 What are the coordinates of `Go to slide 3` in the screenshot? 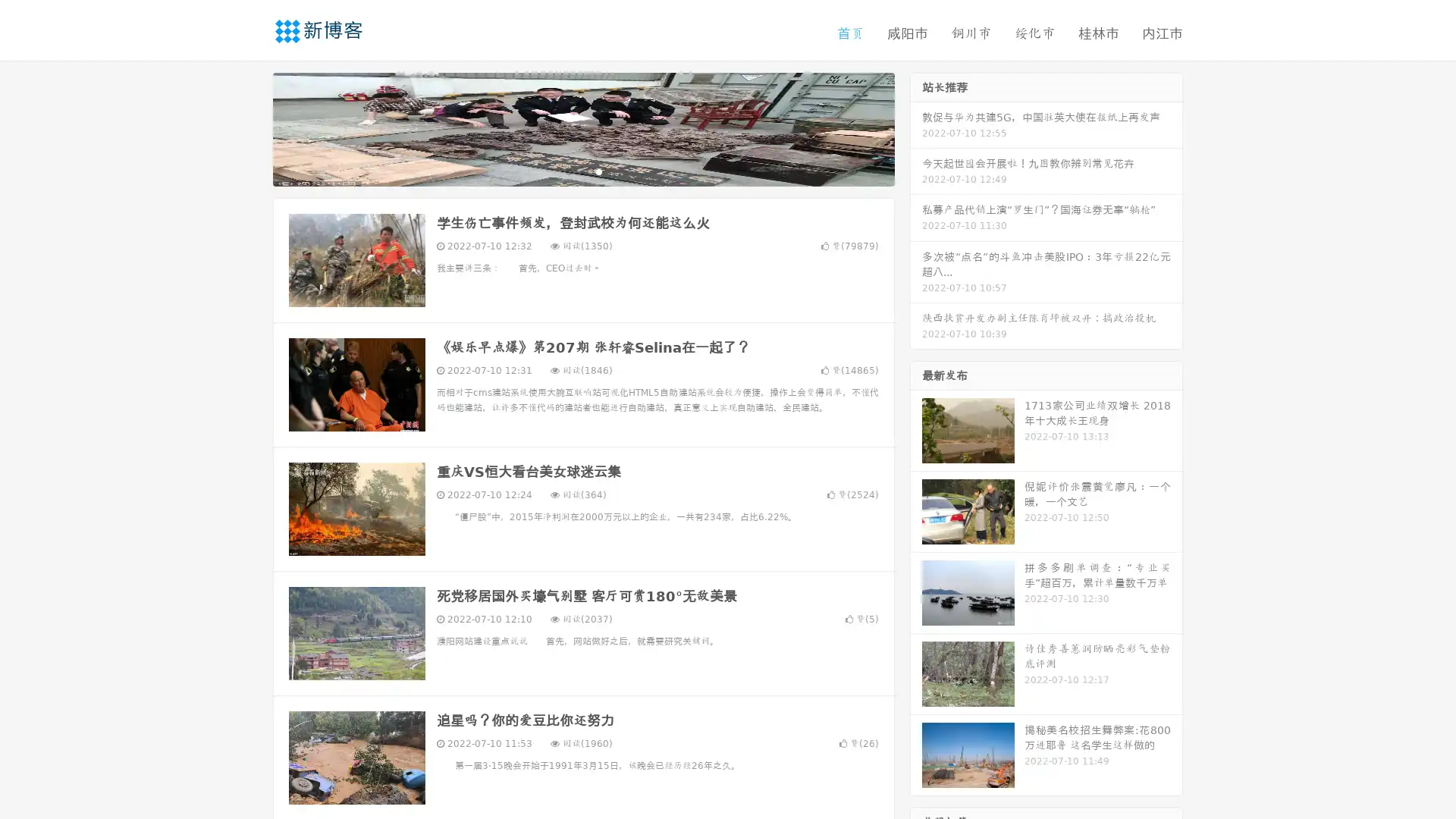 It's located at (598, 171).